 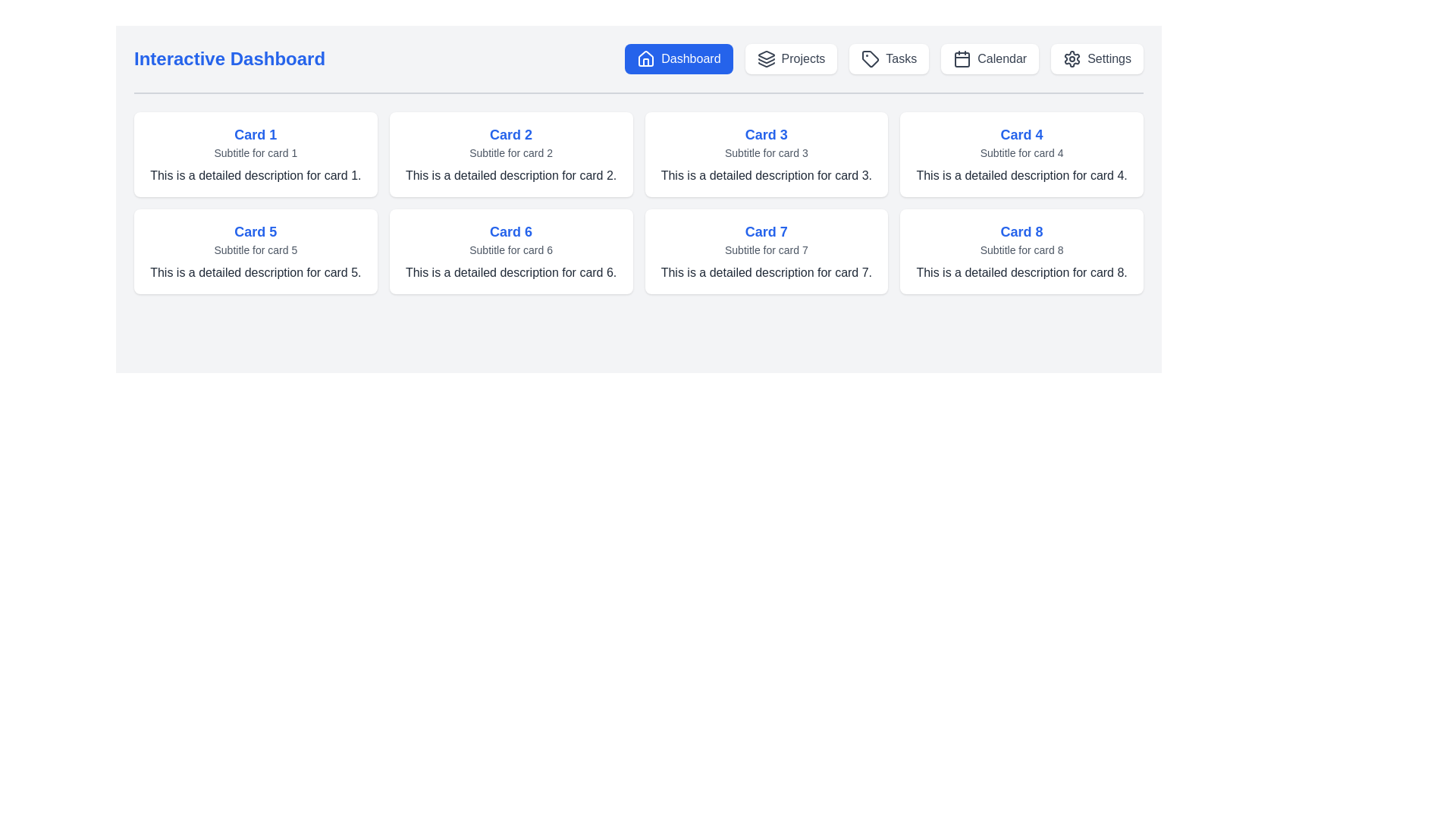 What do you see at coordinates (1072, 58) in the screenshot?
I see `the 'Settings' button icon, which is represented by a gear icon located on the left side of the button, in the top-right section of the interface` at bounding box center [1072, 58].